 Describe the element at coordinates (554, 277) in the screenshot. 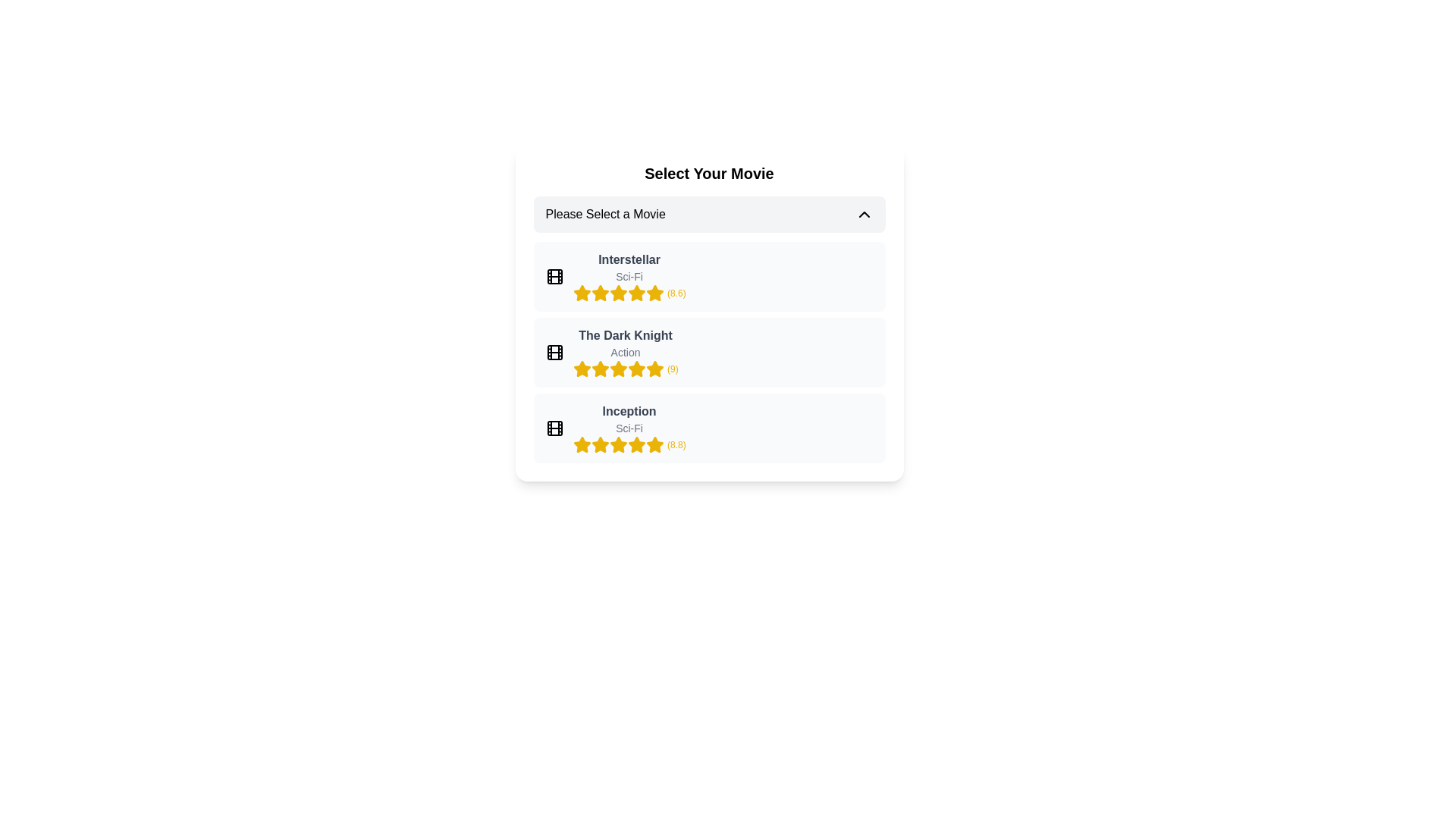

I see `the film reel icon representing the movie 'Interstellar', which is located at the top left corner of the list item before the text component containing the movie name and genre` at that location.